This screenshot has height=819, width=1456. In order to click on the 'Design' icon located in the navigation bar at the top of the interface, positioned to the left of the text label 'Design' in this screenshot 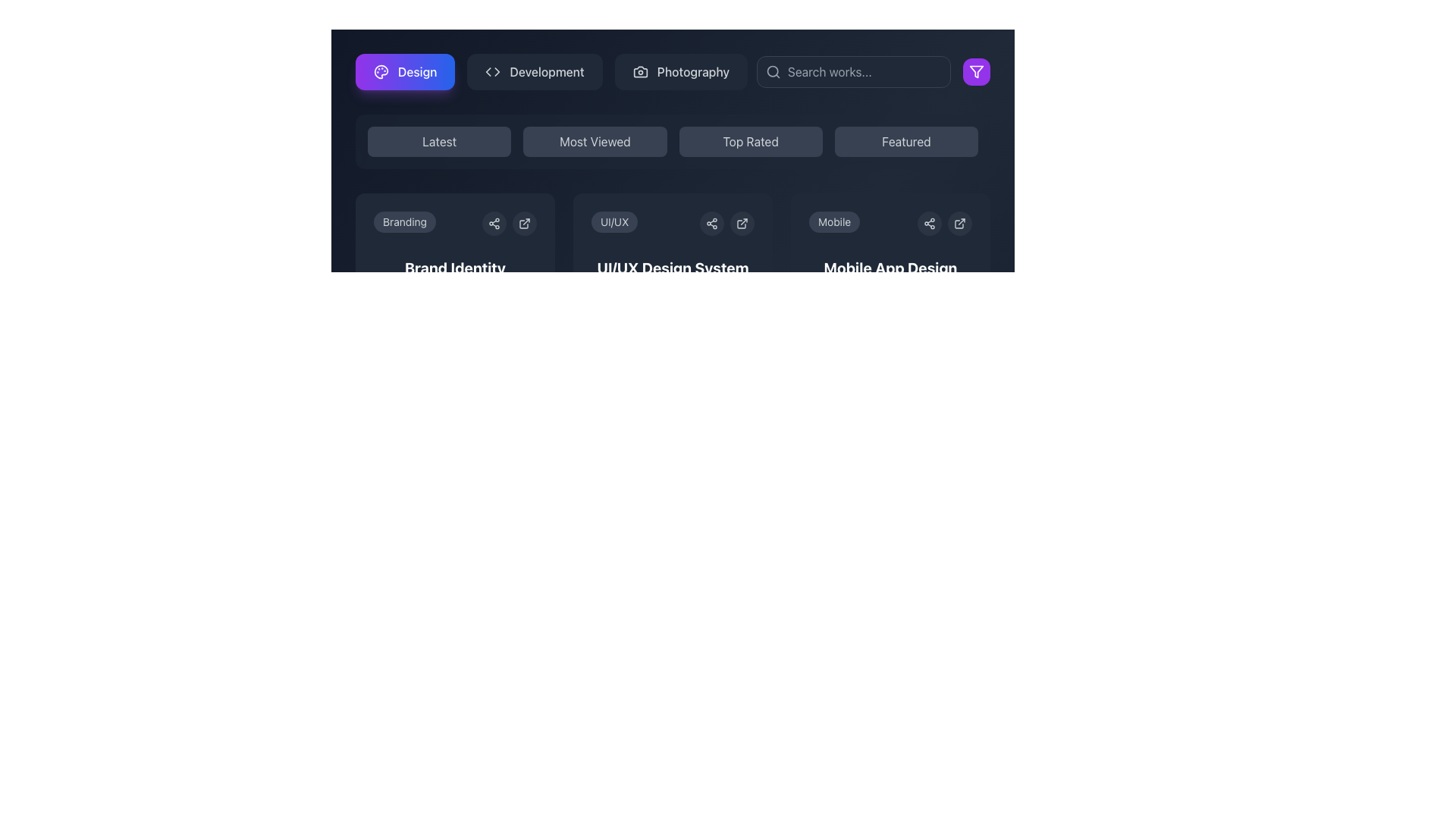, I will do `click(381, 72)`.